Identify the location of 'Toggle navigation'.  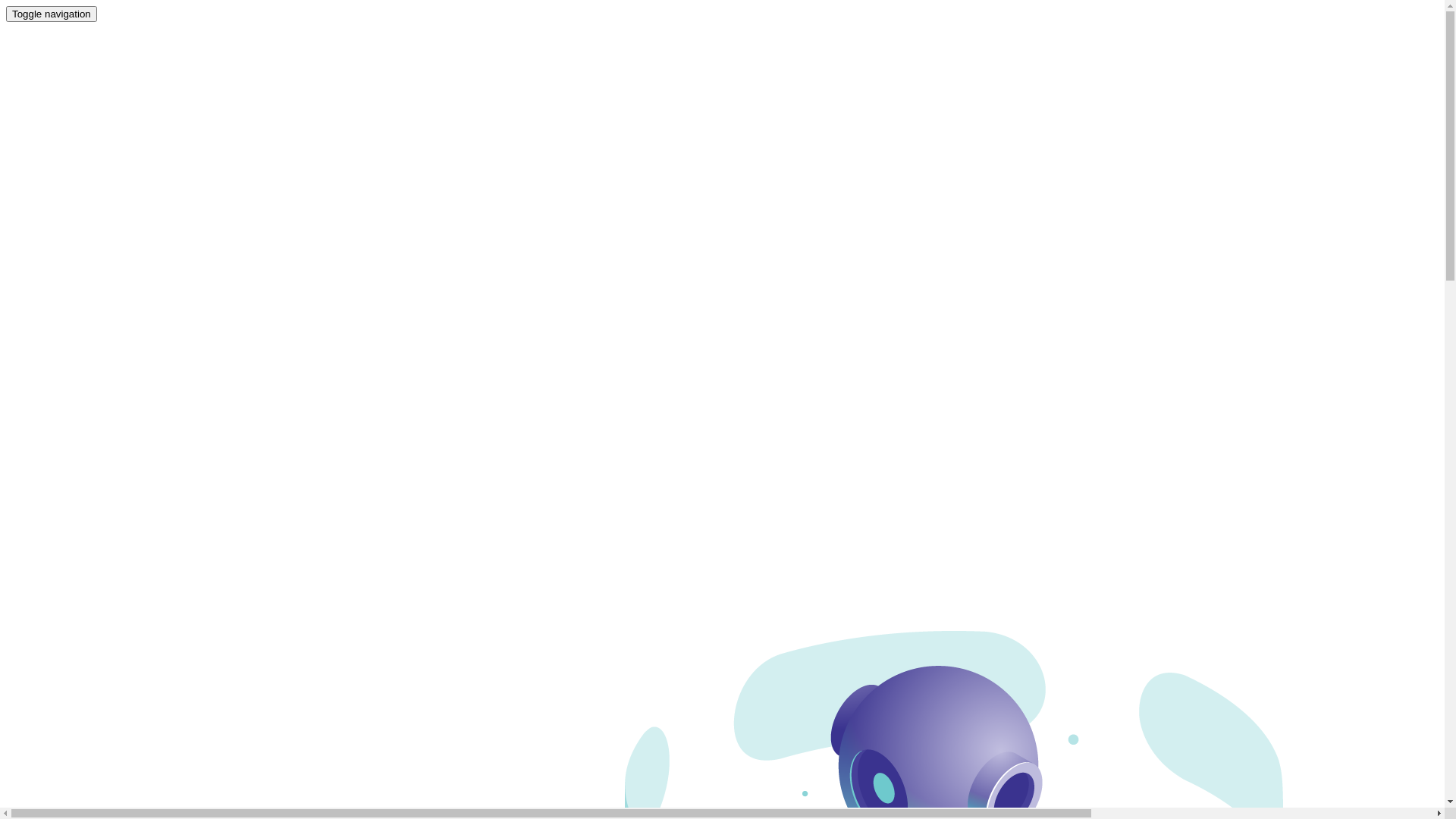
(51, 14).